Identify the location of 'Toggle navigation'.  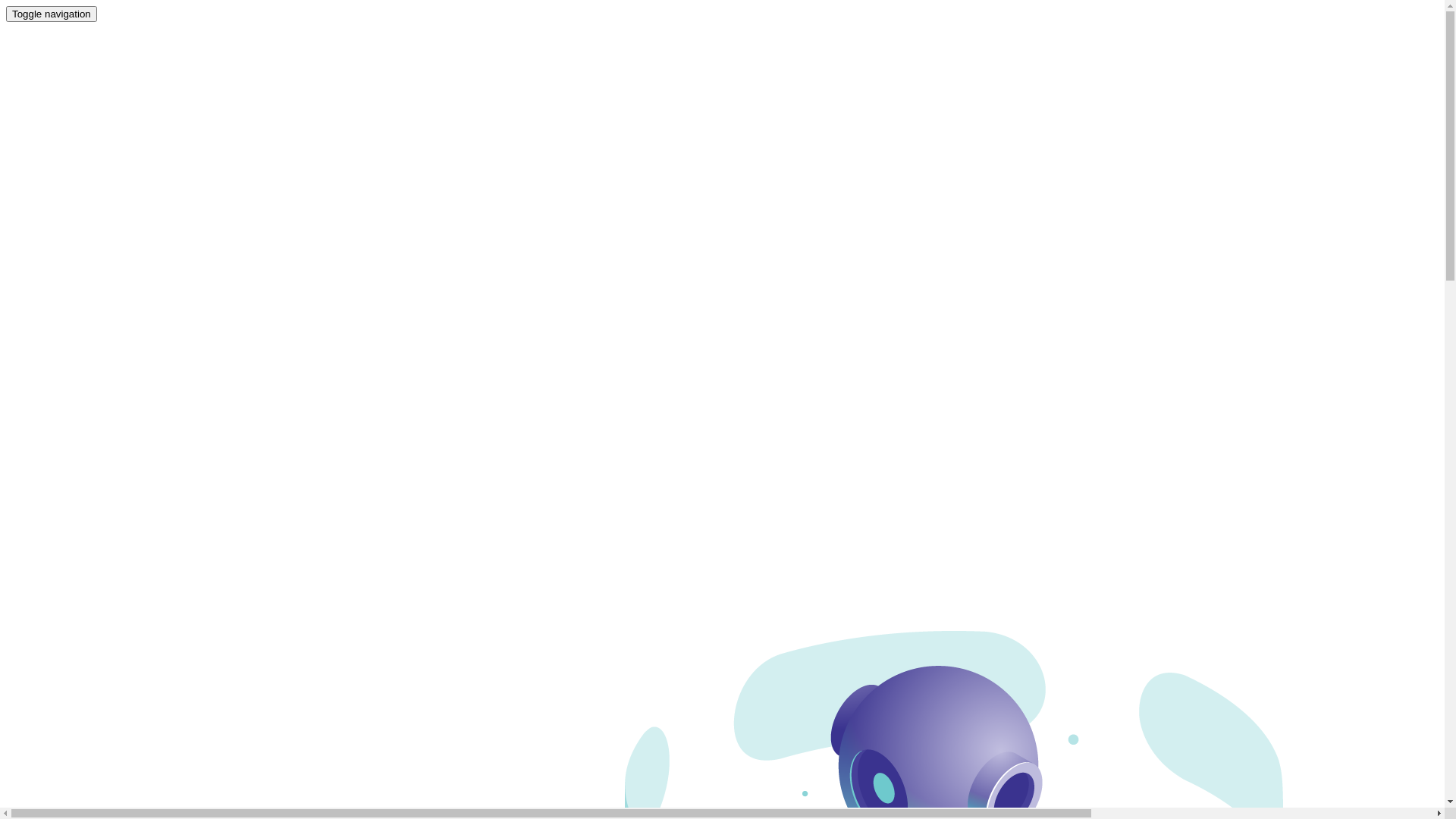
(51, 14).